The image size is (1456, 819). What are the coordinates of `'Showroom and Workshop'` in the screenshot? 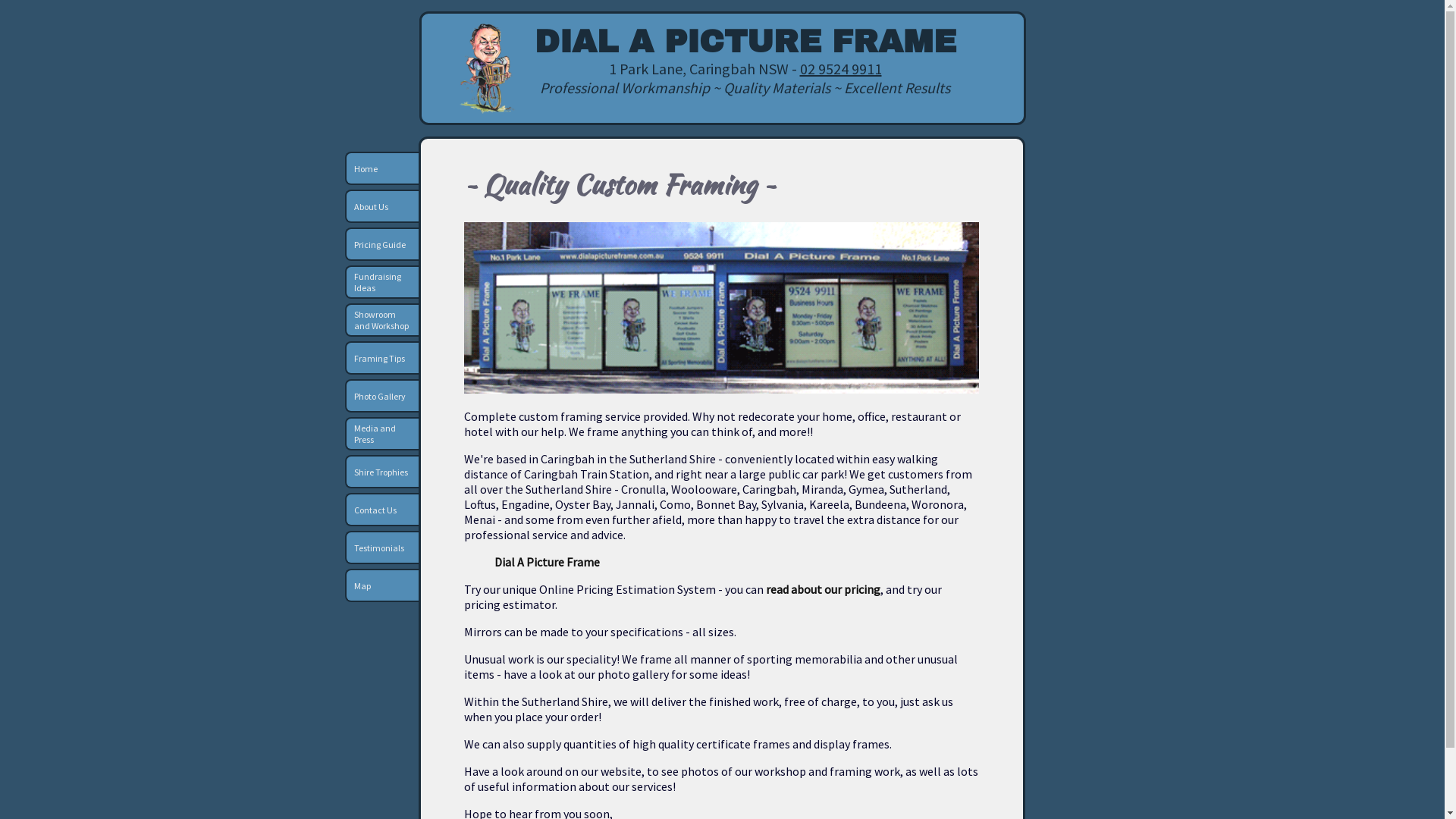 It's located at (381, 318).